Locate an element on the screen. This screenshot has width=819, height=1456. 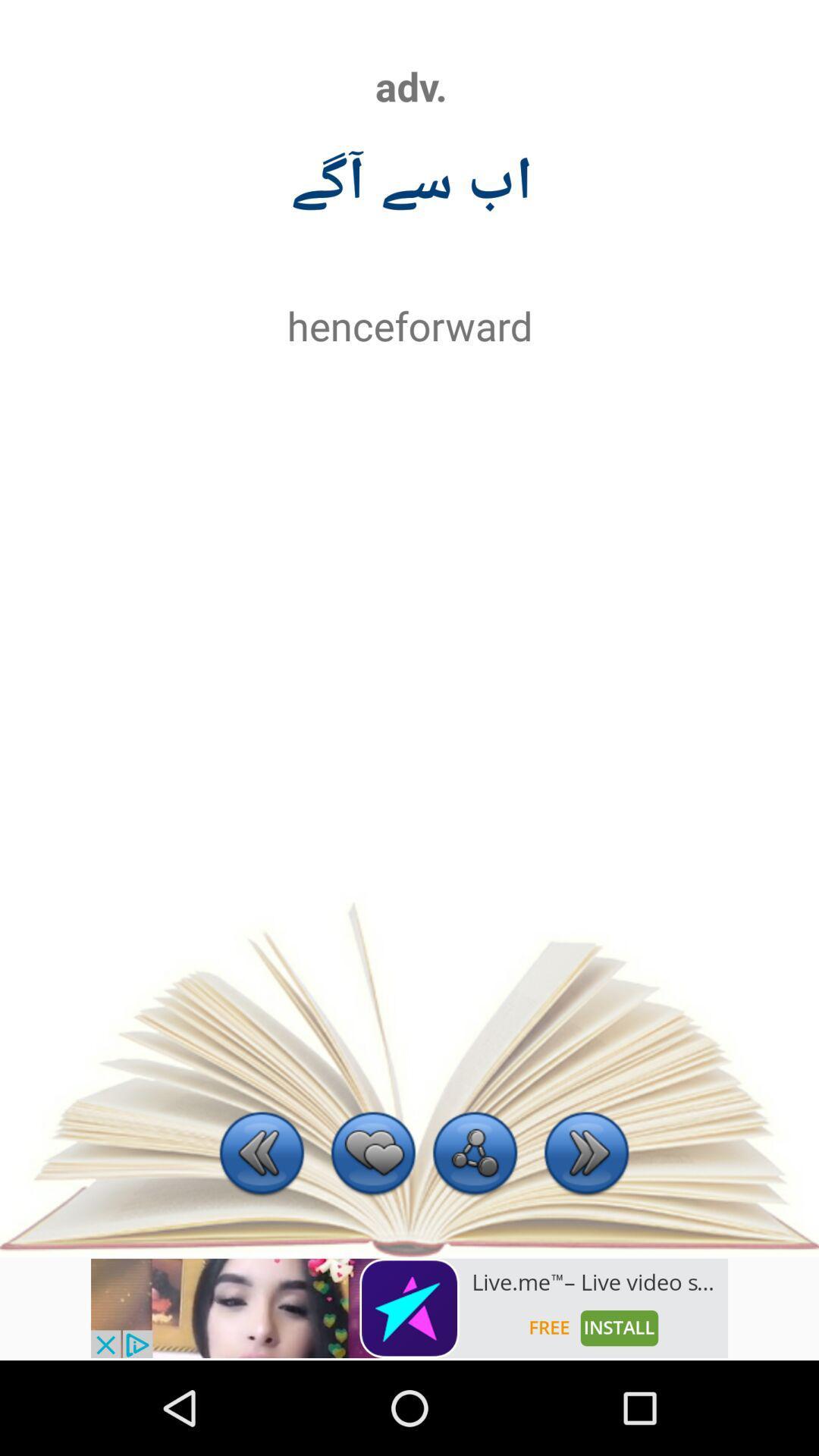
go back is located at coordinates (261, 1154).